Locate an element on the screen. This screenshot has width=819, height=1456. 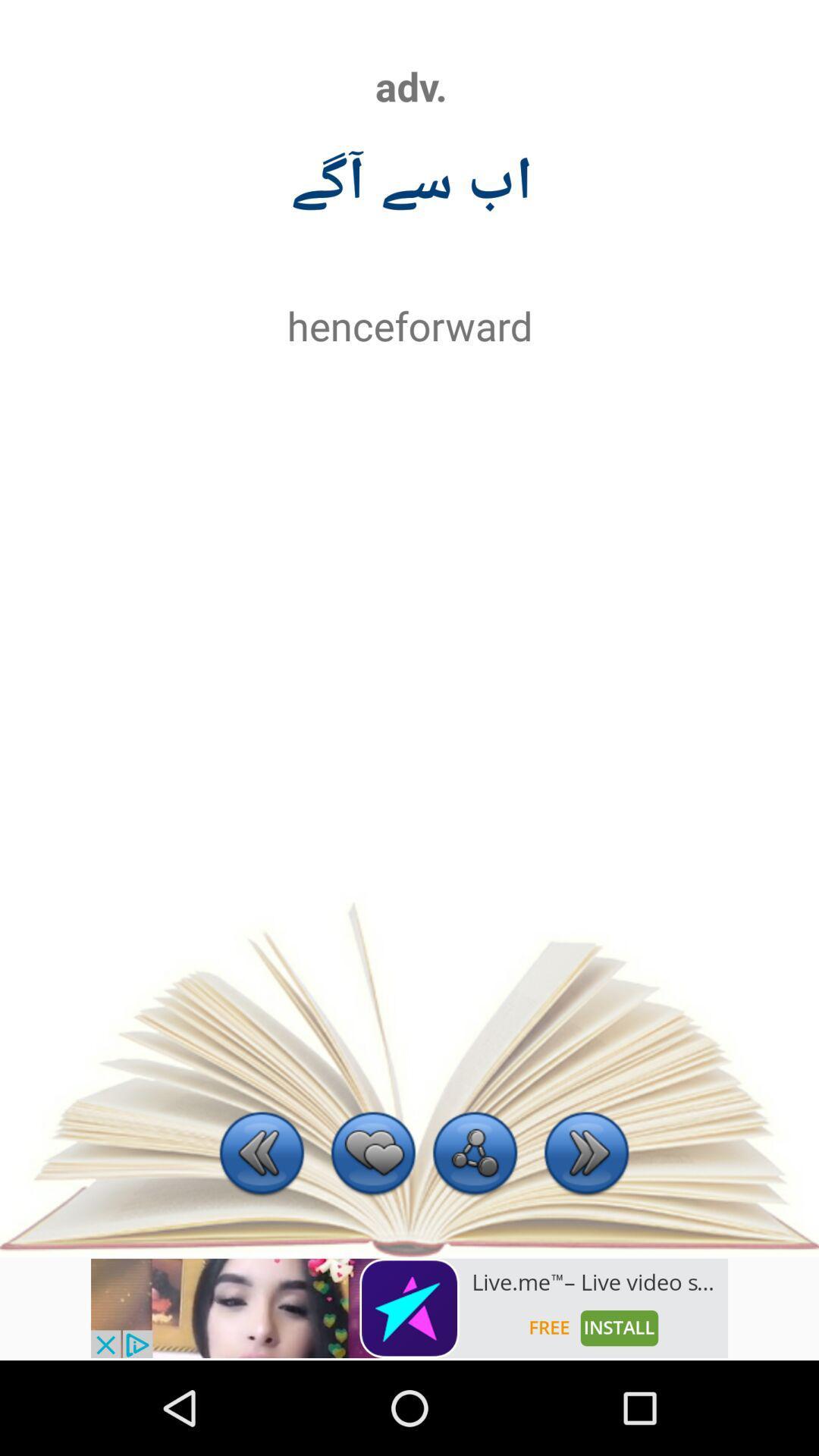
go back is located at coordinates (261, 1154).